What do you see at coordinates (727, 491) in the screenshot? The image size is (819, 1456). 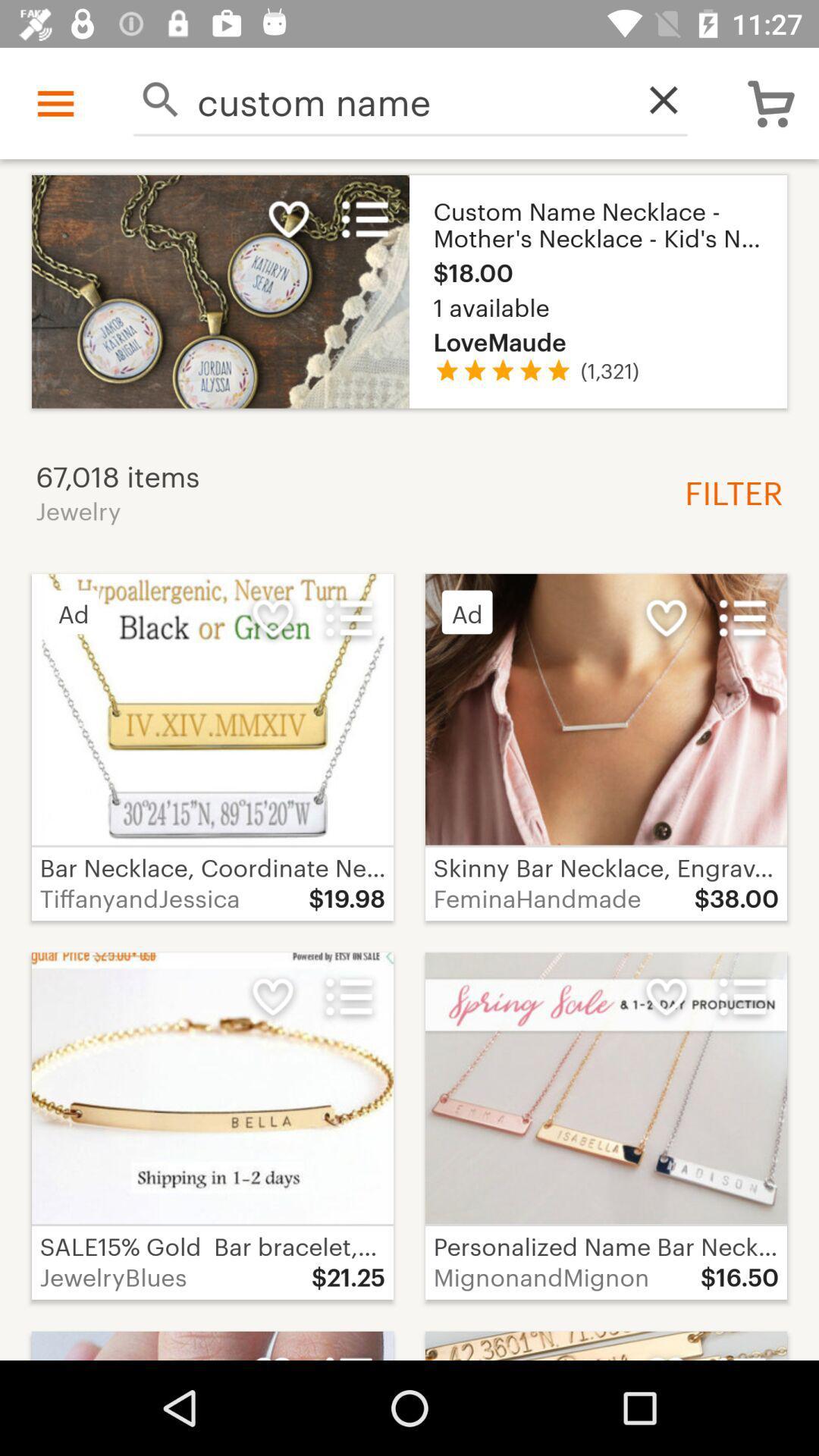 I see `filter item` at bounding box center [727, 491].